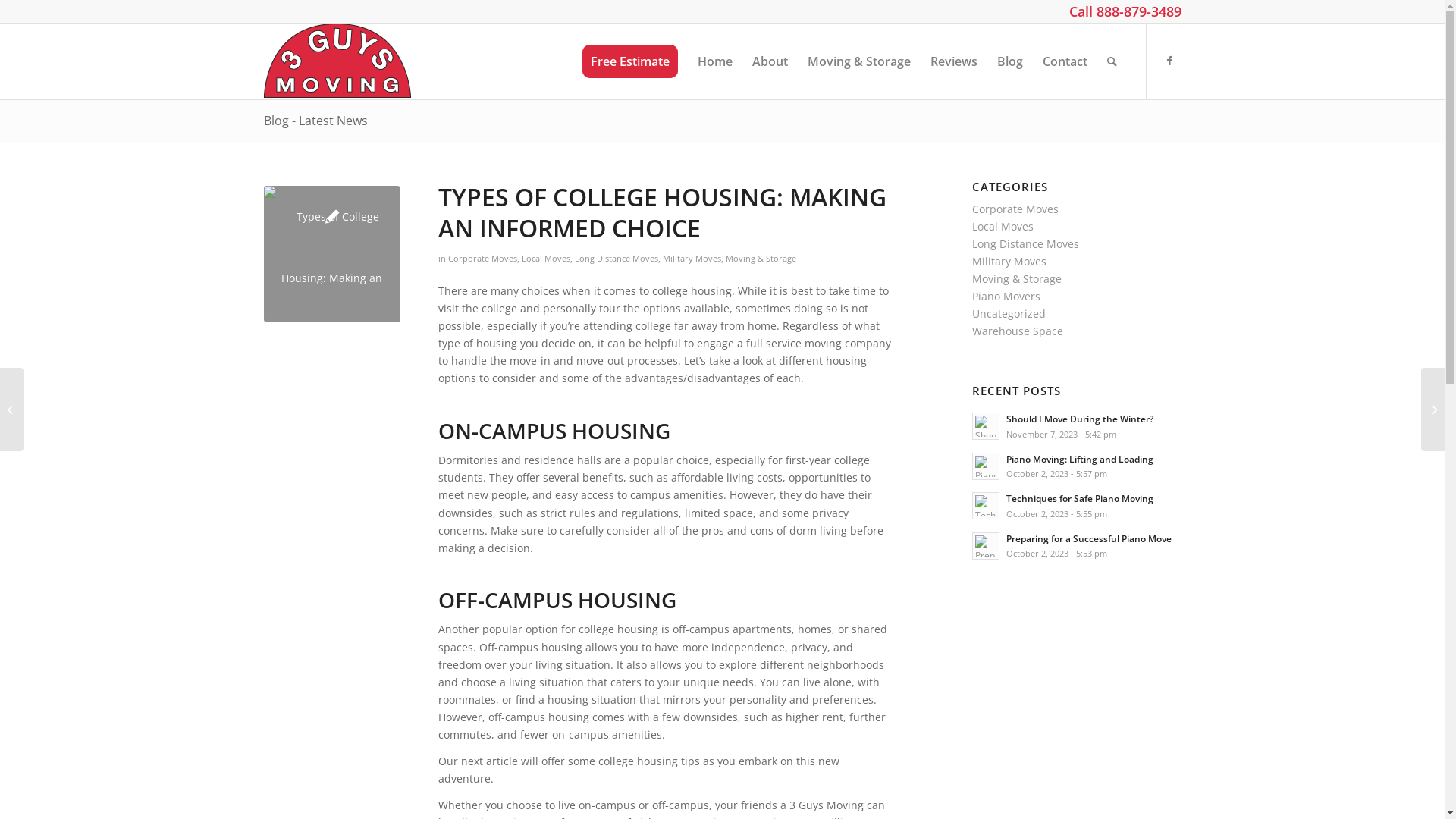 This screenshot has width=1456, height=819. I want to click on 'Read: Piano Moving: Lifting and Loading', so click(986, 465).